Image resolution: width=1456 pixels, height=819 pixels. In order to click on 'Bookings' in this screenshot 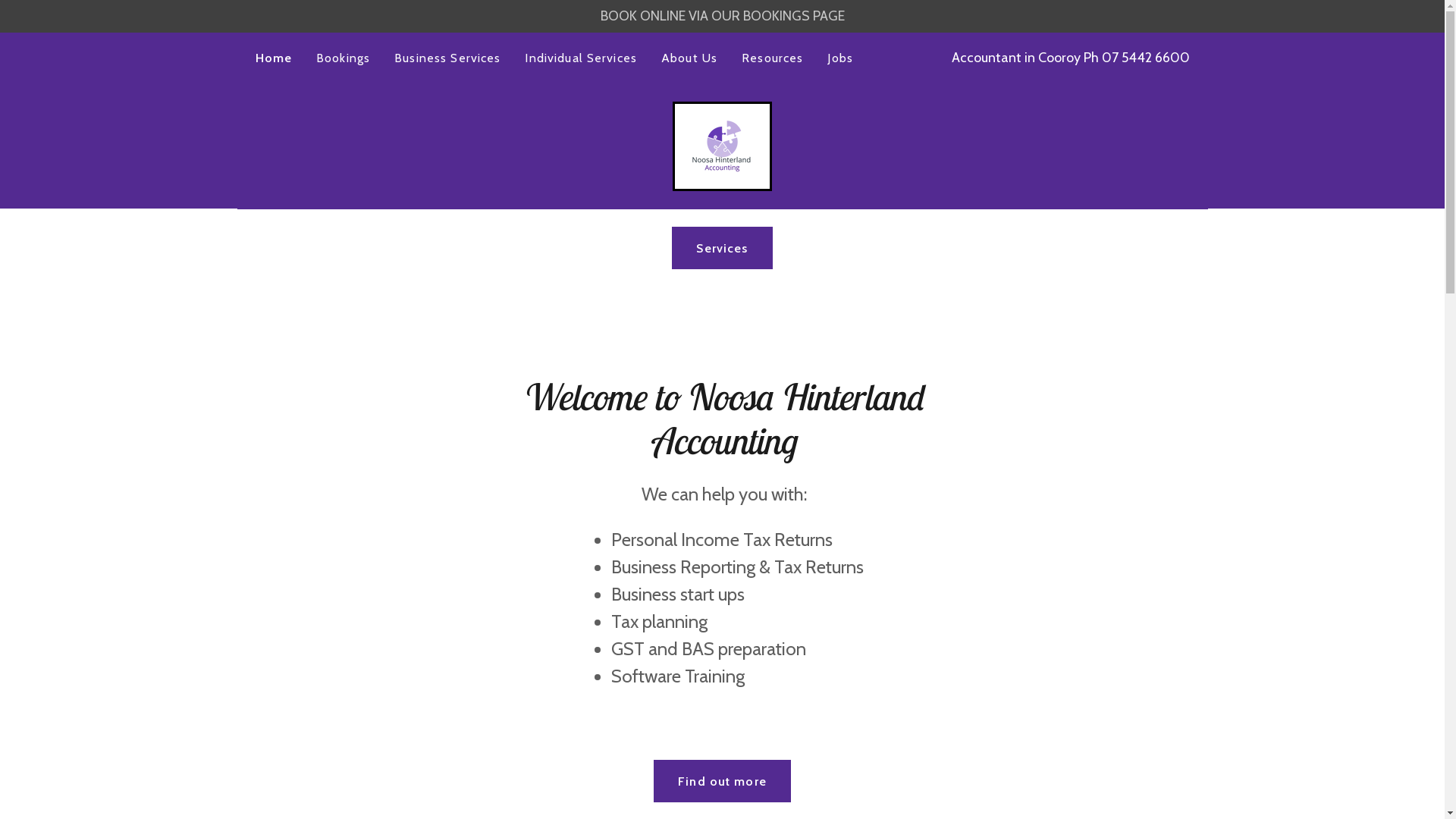, I will do `click(311, 57)`.